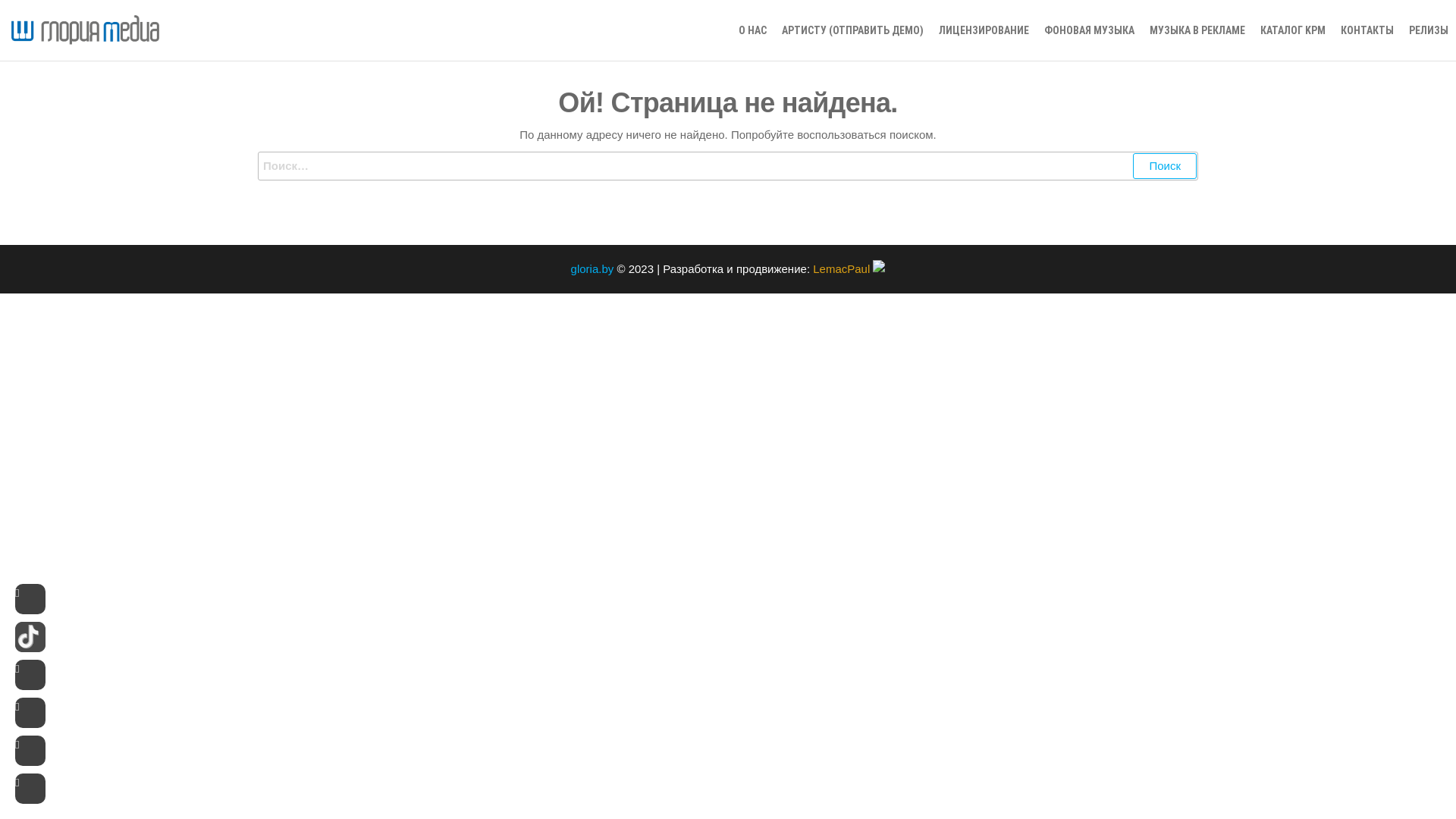  Describe the element at coordinates (591, 268) in the screenshot. I see `'gloria.by'` at that location.